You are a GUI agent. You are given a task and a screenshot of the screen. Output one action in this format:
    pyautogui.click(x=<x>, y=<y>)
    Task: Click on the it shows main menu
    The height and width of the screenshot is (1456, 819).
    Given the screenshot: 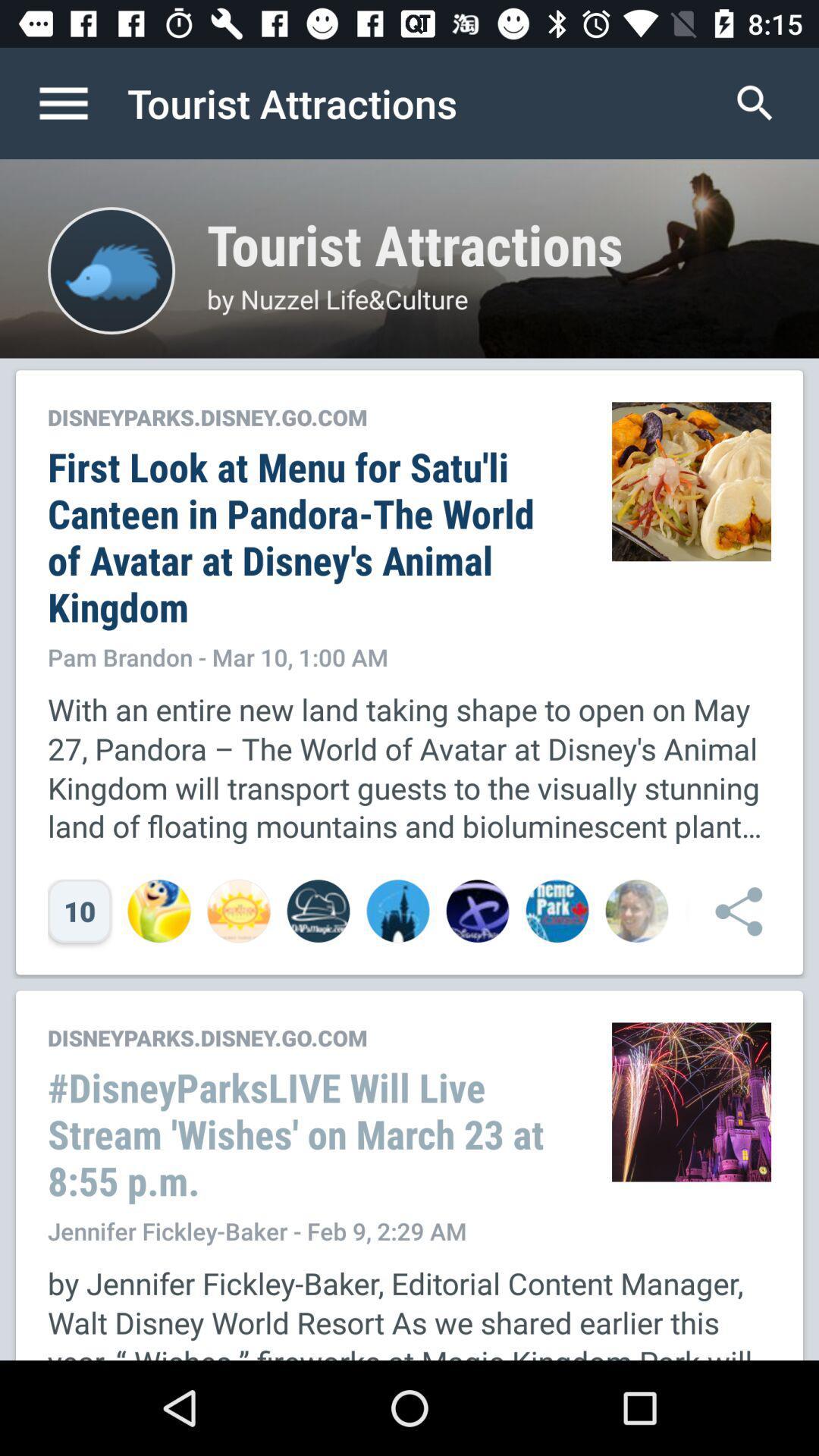 What is the action you would take?
    pyautogui.click(x=79, y=102)
    